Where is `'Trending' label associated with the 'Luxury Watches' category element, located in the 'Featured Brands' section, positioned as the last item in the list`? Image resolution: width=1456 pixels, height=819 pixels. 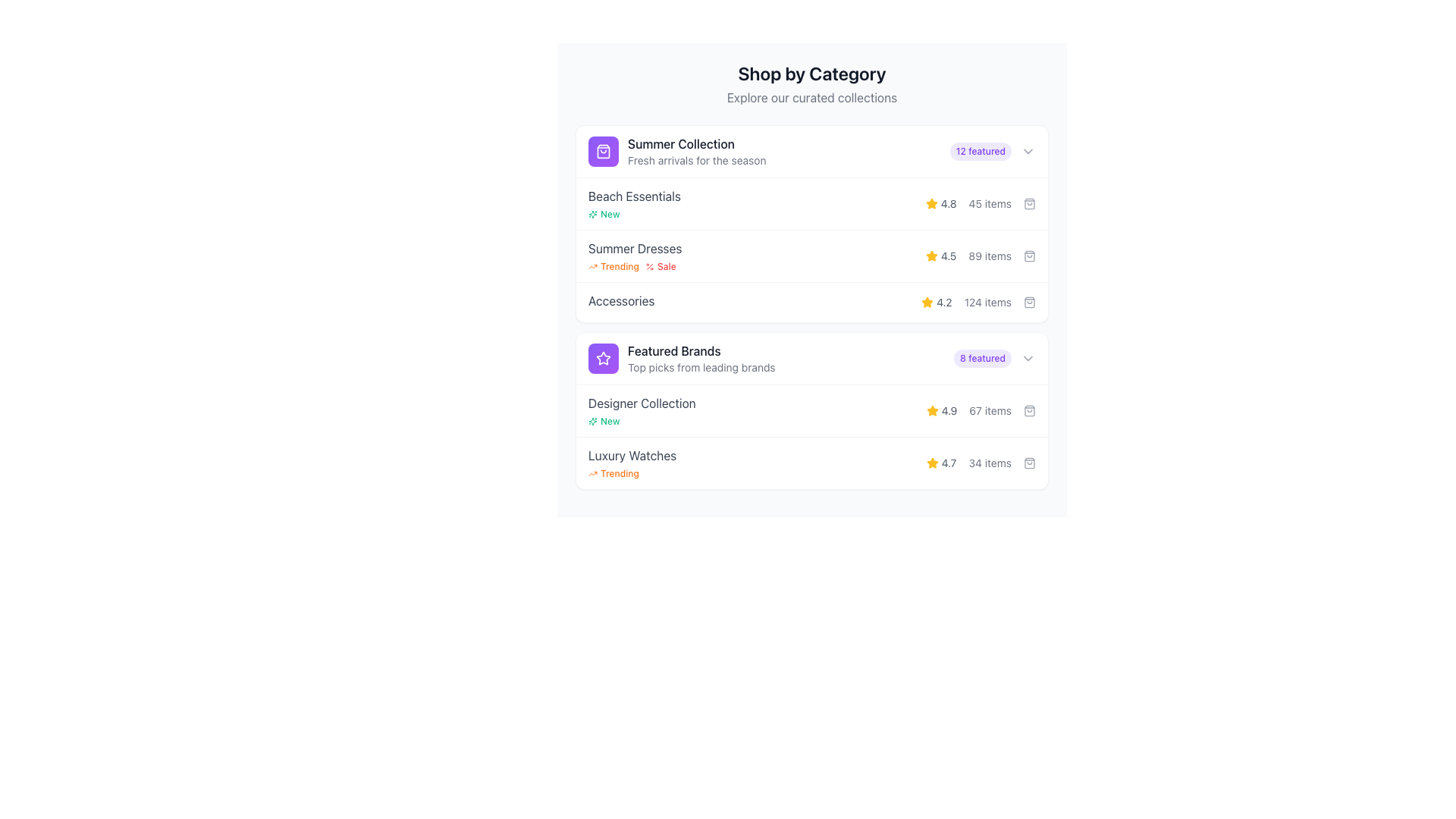 'Trending' label associated with the 'Luxury Watches' category element, located in the 'Featured Brands' section, positioned as the last item in the list is located at coordinates (632, 462).